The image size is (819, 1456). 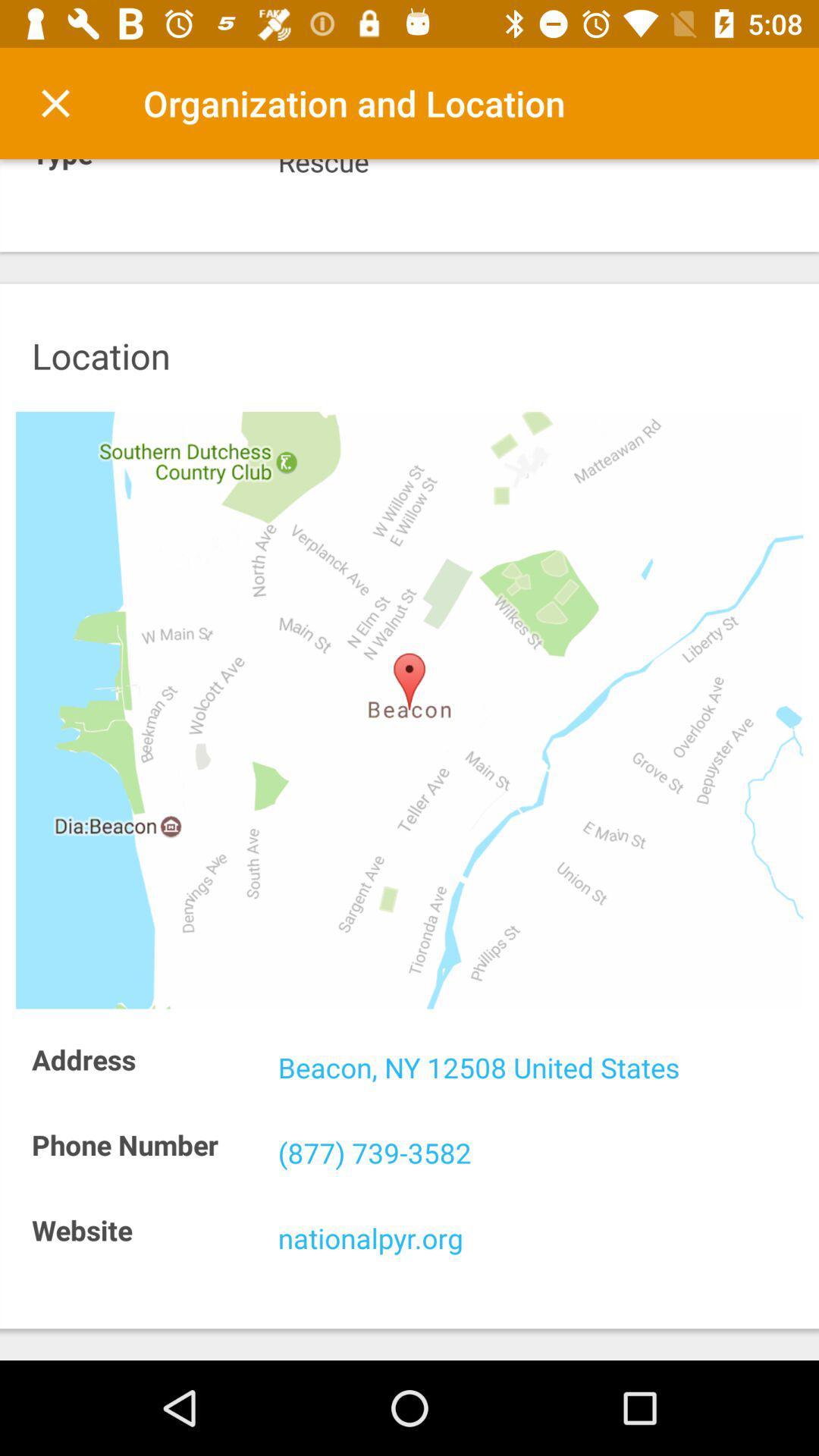 What do you see at coordinates (539, 169) in the screenshot?
I see `item below the organization and location item` at bounding box center [539, 169].